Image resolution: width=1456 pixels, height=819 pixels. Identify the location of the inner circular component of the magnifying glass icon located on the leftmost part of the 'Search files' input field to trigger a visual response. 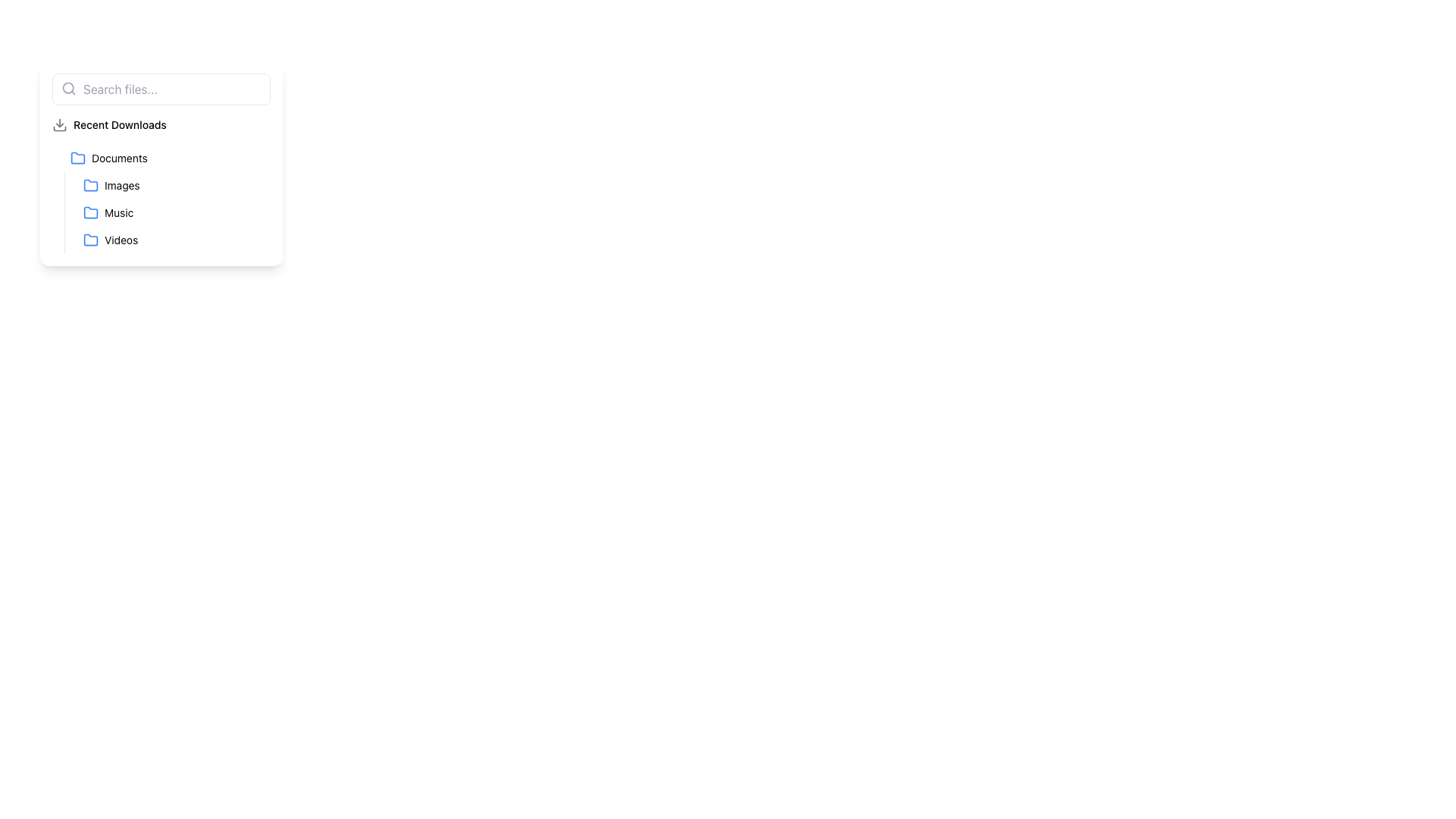
(67, 88).